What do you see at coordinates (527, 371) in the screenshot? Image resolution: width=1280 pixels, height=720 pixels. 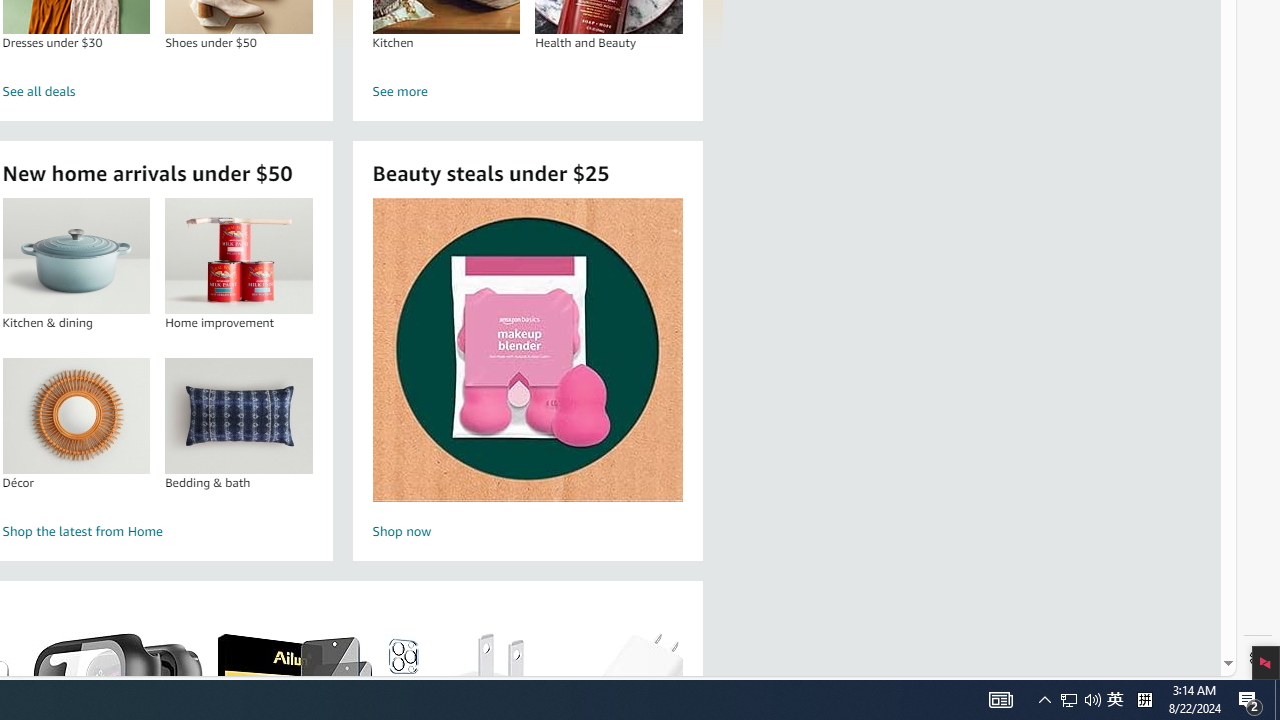 I see `'Beauty steals under $25 Shop now'` at bounding box center [527, 371].